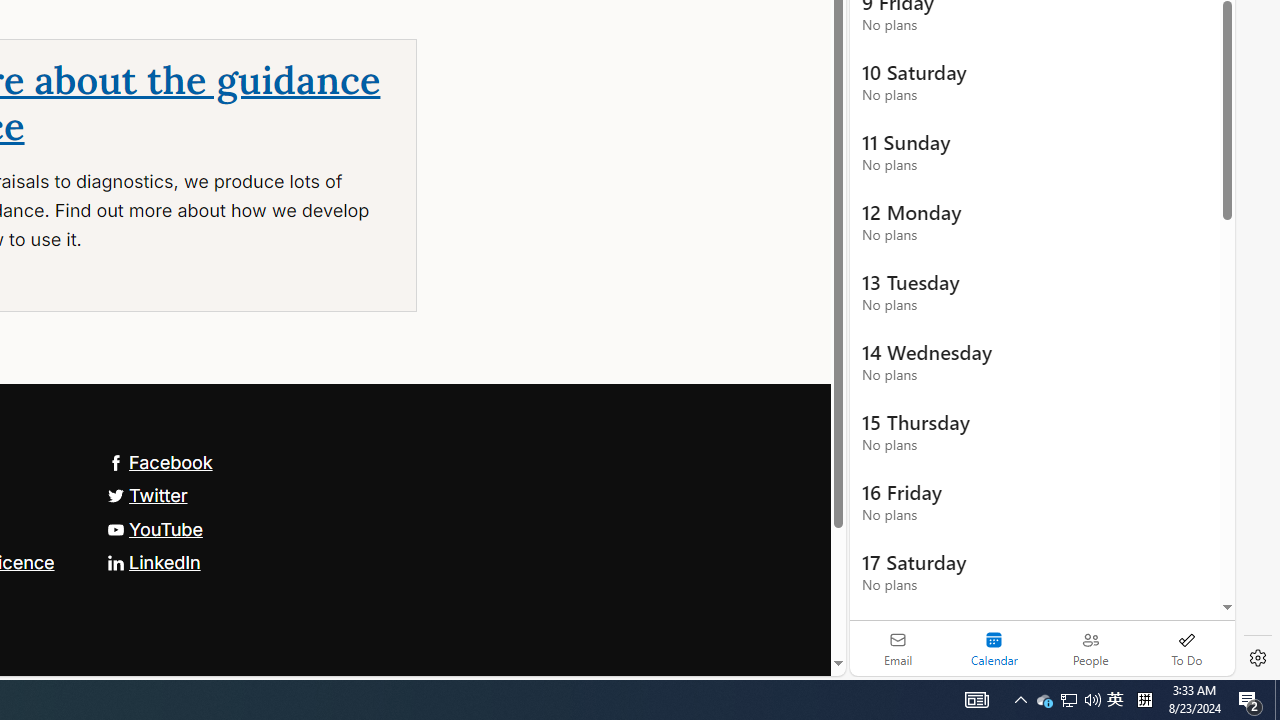 The image size is (1280, 720). Describe the element at coordinates (897, 648) in the screenshot. I see `'Email'` at that location.